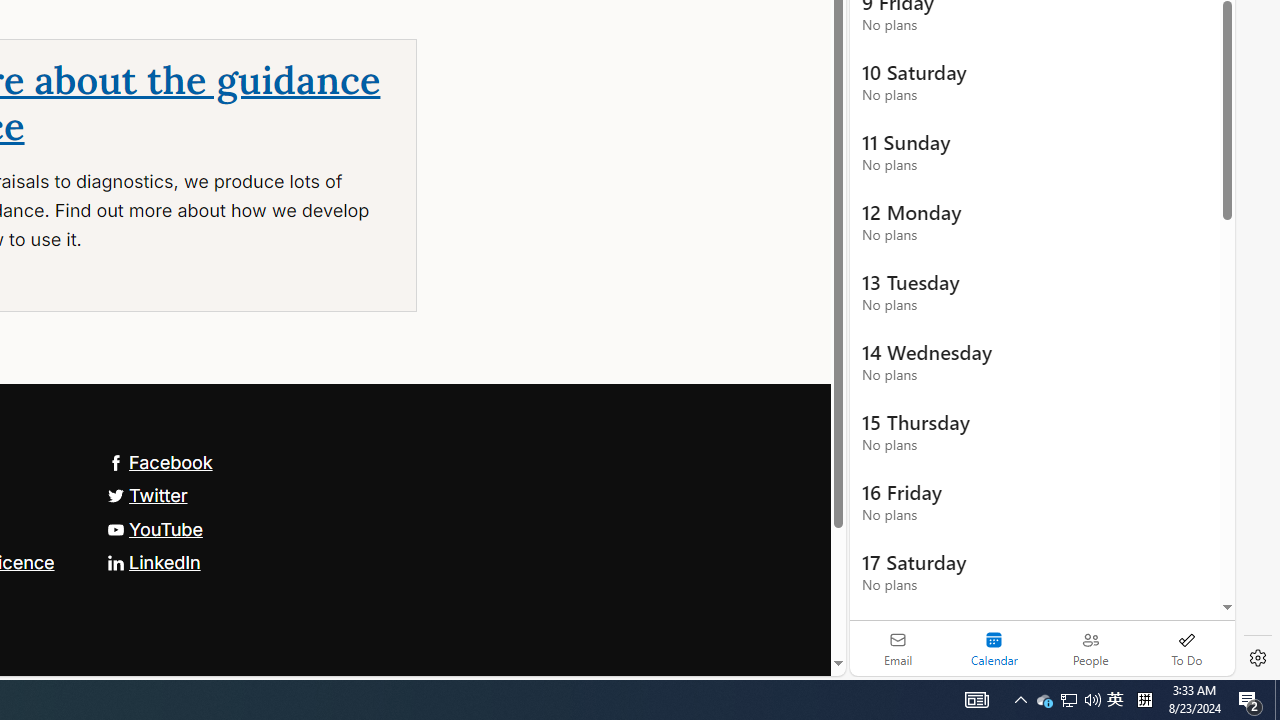 The image size is (1280, 720). Describe the element at coordinates (897, 648) in the screenshot. I see `'Email'` at that location.